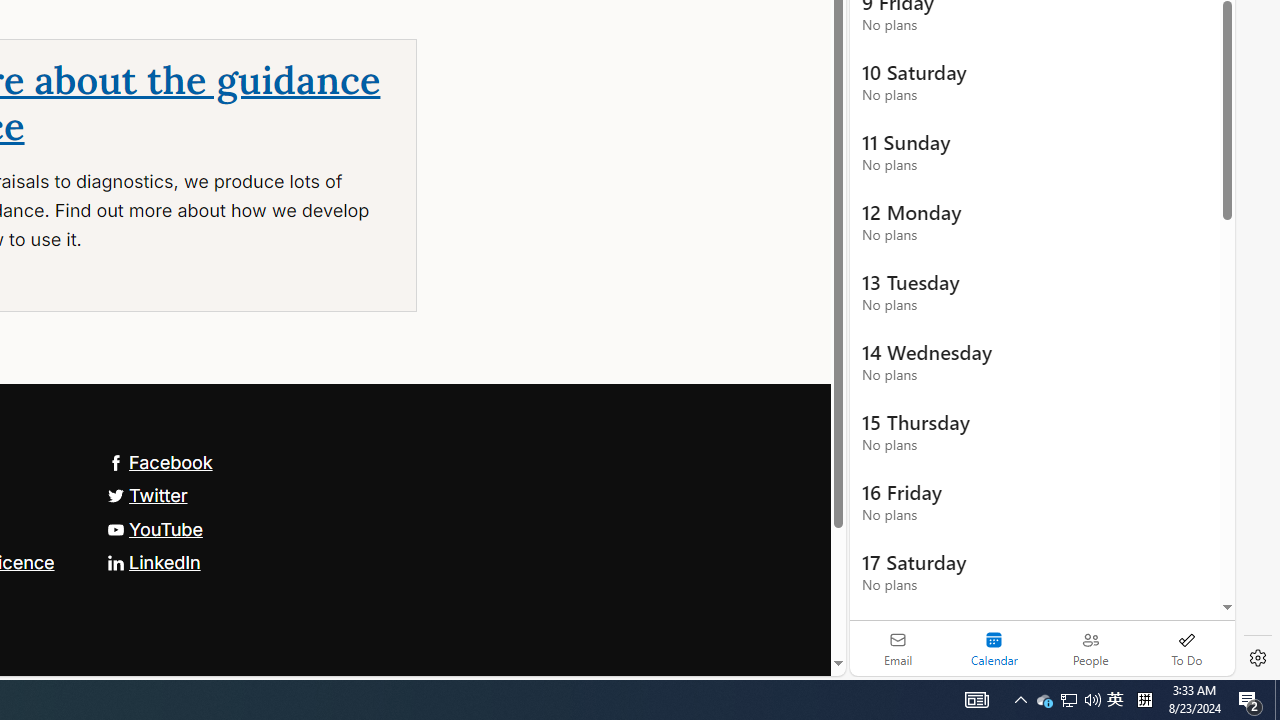 The image size is (1280, 720). Describe the element at coordinates (897, 648) in the screenshot. I see `'Email'` at that location.